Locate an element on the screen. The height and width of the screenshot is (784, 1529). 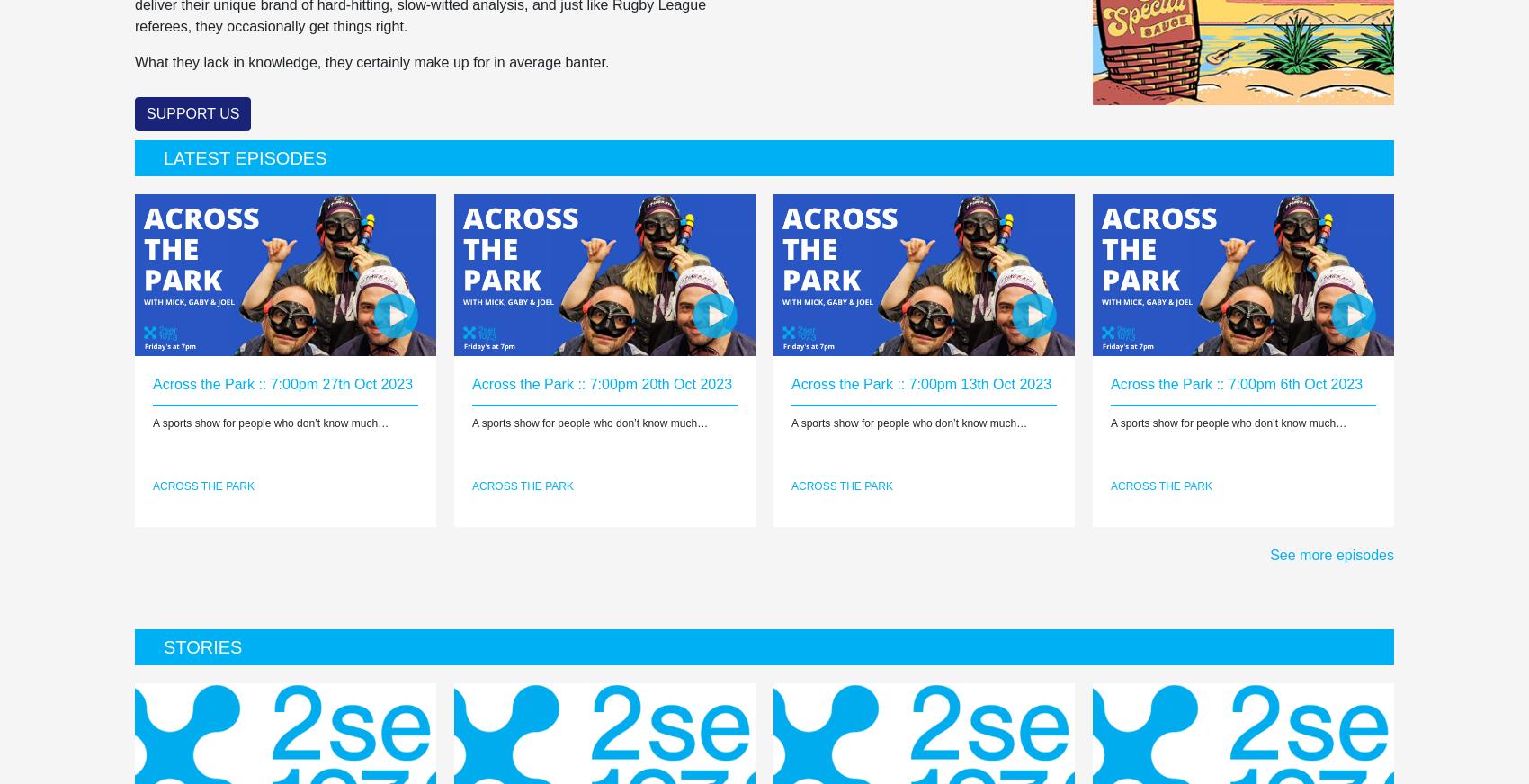
'Across the Park ::  7:00pm 13th Oct 2023' is located at coordinates (920, 383).